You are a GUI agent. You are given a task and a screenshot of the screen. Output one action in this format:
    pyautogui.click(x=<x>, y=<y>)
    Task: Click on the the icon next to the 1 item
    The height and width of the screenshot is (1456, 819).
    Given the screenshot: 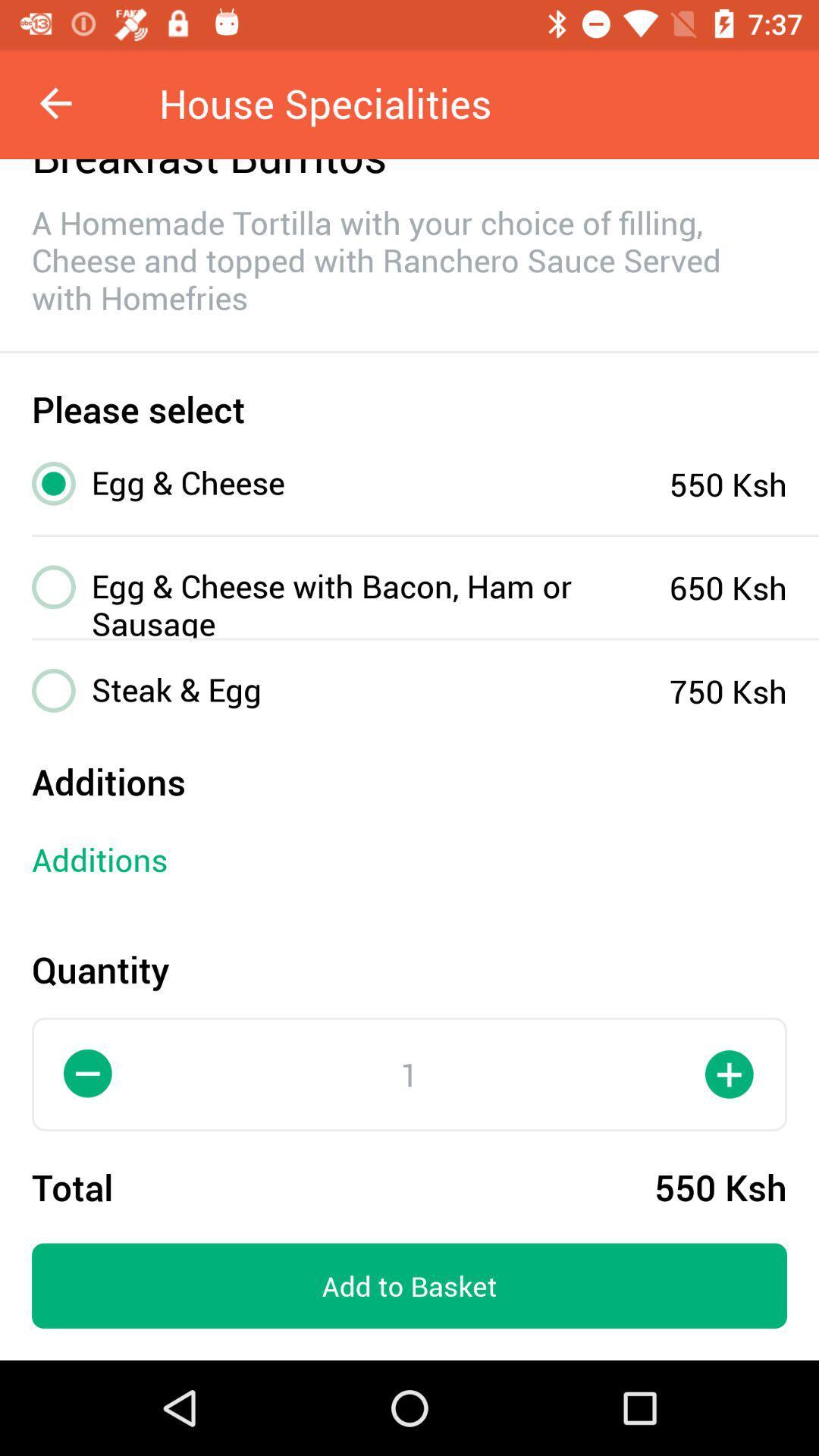 What is the action you would take?
    pyautogui.click(x=88, y=1073)
    